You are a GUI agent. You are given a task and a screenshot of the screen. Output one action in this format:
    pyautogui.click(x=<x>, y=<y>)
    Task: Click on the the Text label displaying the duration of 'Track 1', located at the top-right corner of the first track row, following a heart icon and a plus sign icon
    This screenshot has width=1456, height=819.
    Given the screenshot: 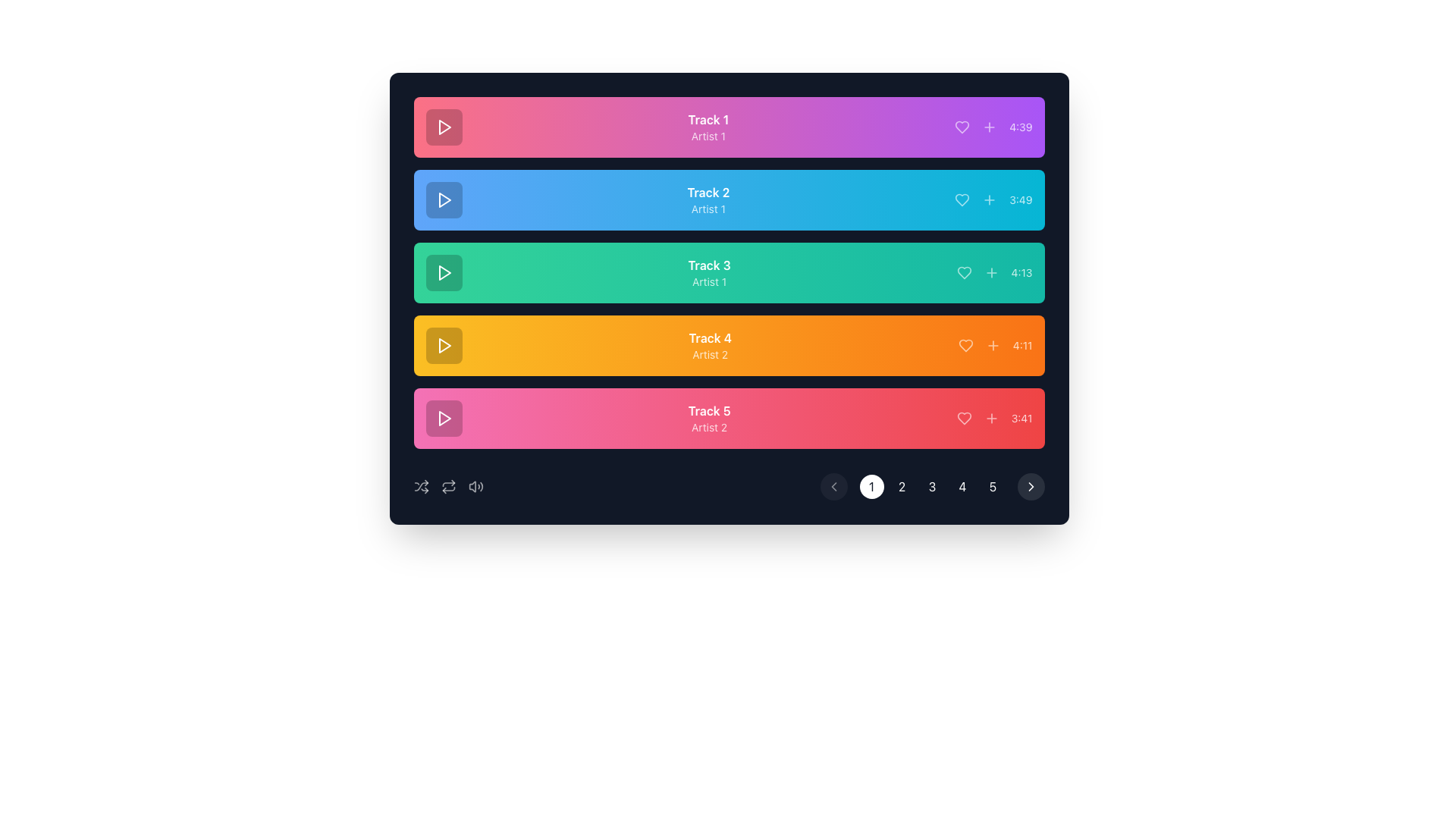 What is the action you would take?
    pyautogui.click(x=1021, y=127)
    